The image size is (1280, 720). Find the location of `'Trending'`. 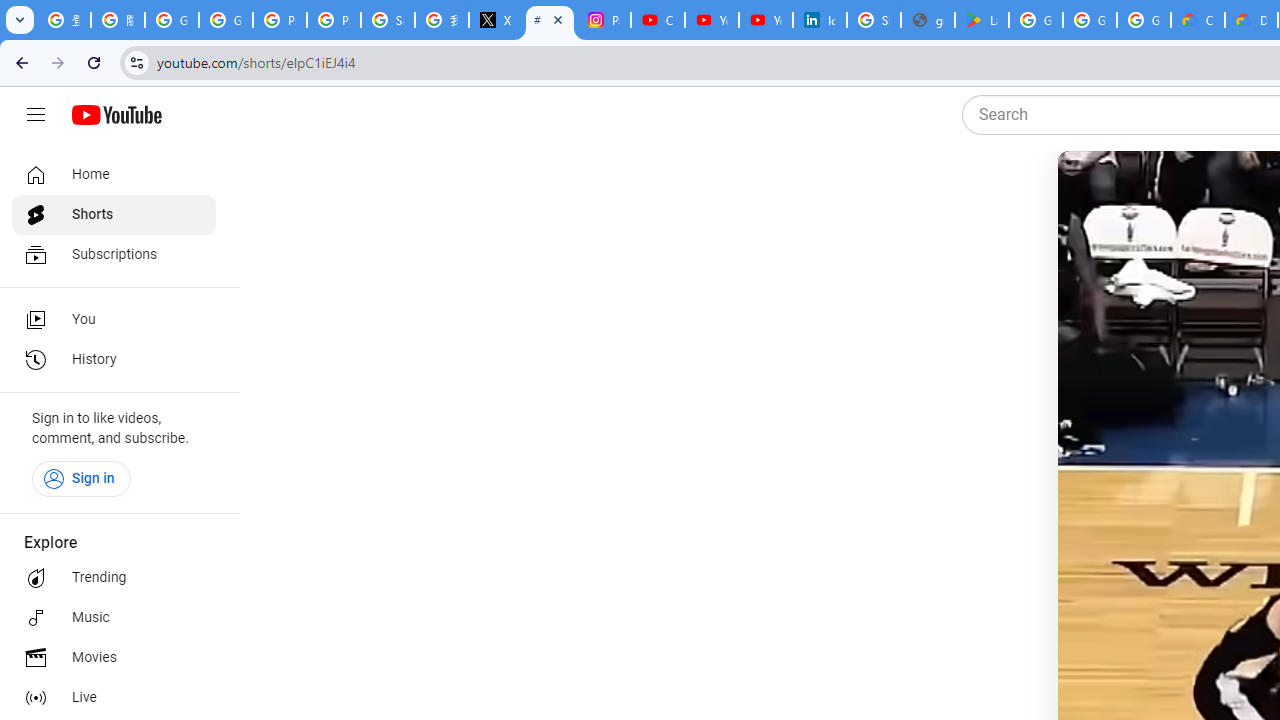

'Trending' is located at coordinates (112, 578).